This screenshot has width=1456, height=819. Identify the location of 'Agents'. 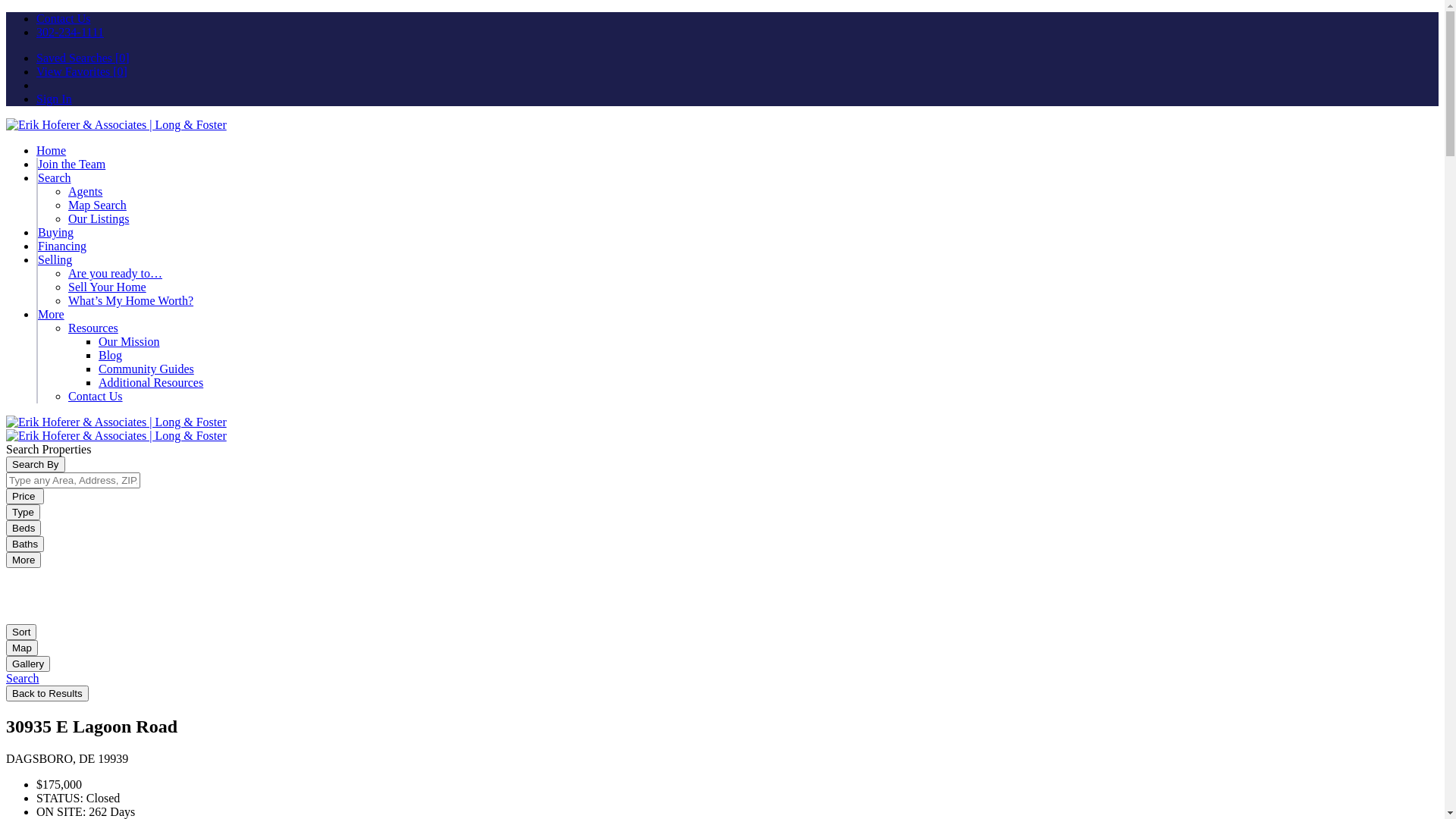
(84, 190).